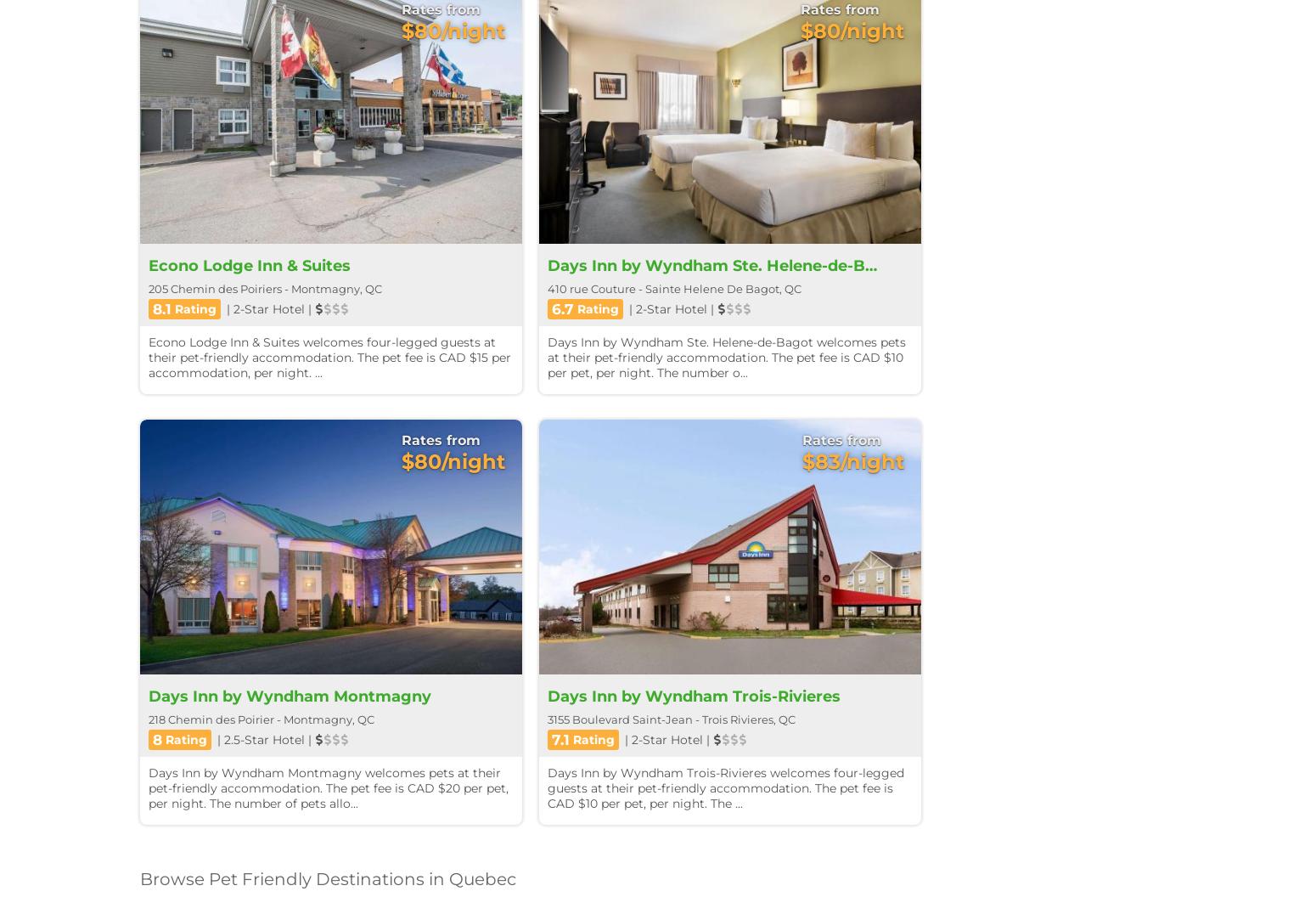 This screenshot has width=1316, height=897. What do you see at coordinates (328, 787) in the screenshot?
I see `'Days Inn by Wyndham Montmagny welcomes pets at their pet-friendly accommodation. The pet fee is CAD $20 per pet, per night. The number of pets allo...'` at bounding box center [328, 787].